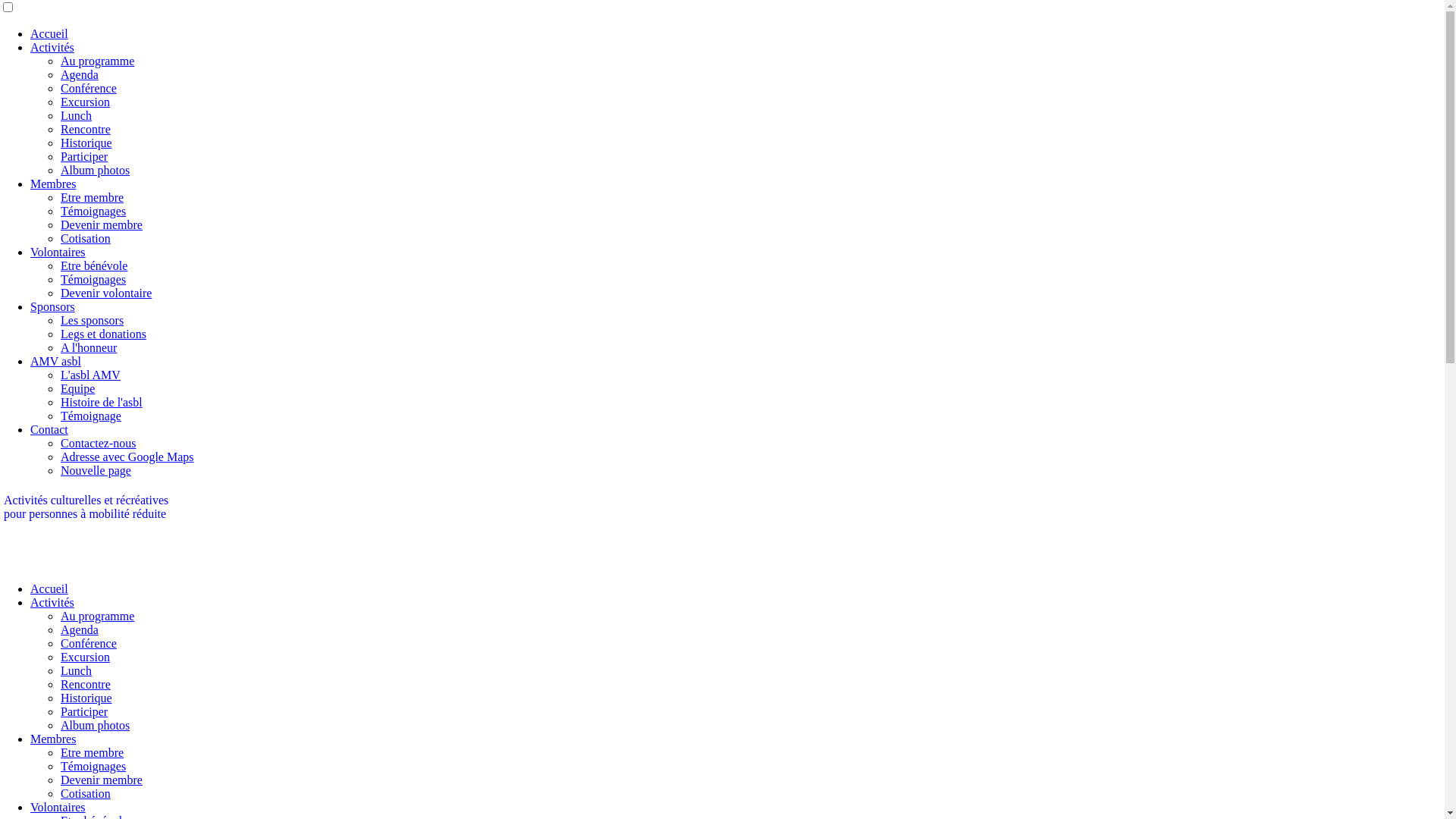 This screenshot has width=1456, height=819. What do you see at coordinates (89, 375) in the screenshot?
I see `'L'asbl AMV'` at bounding box center [89, 375].